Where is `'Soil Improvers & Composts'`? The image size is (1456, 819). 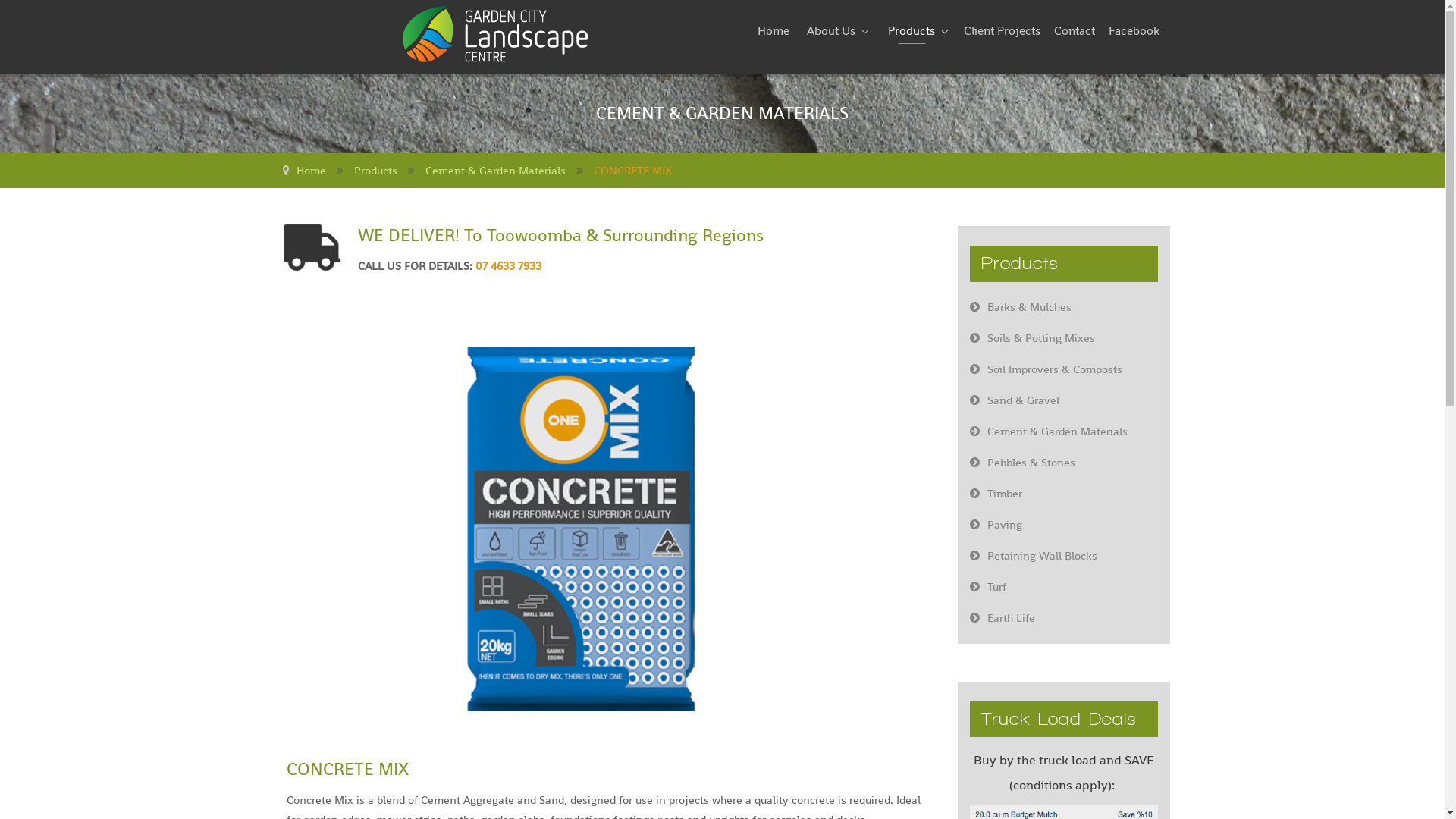 'Soil Improvers & Composts' is located at coordinates (1062, 369).